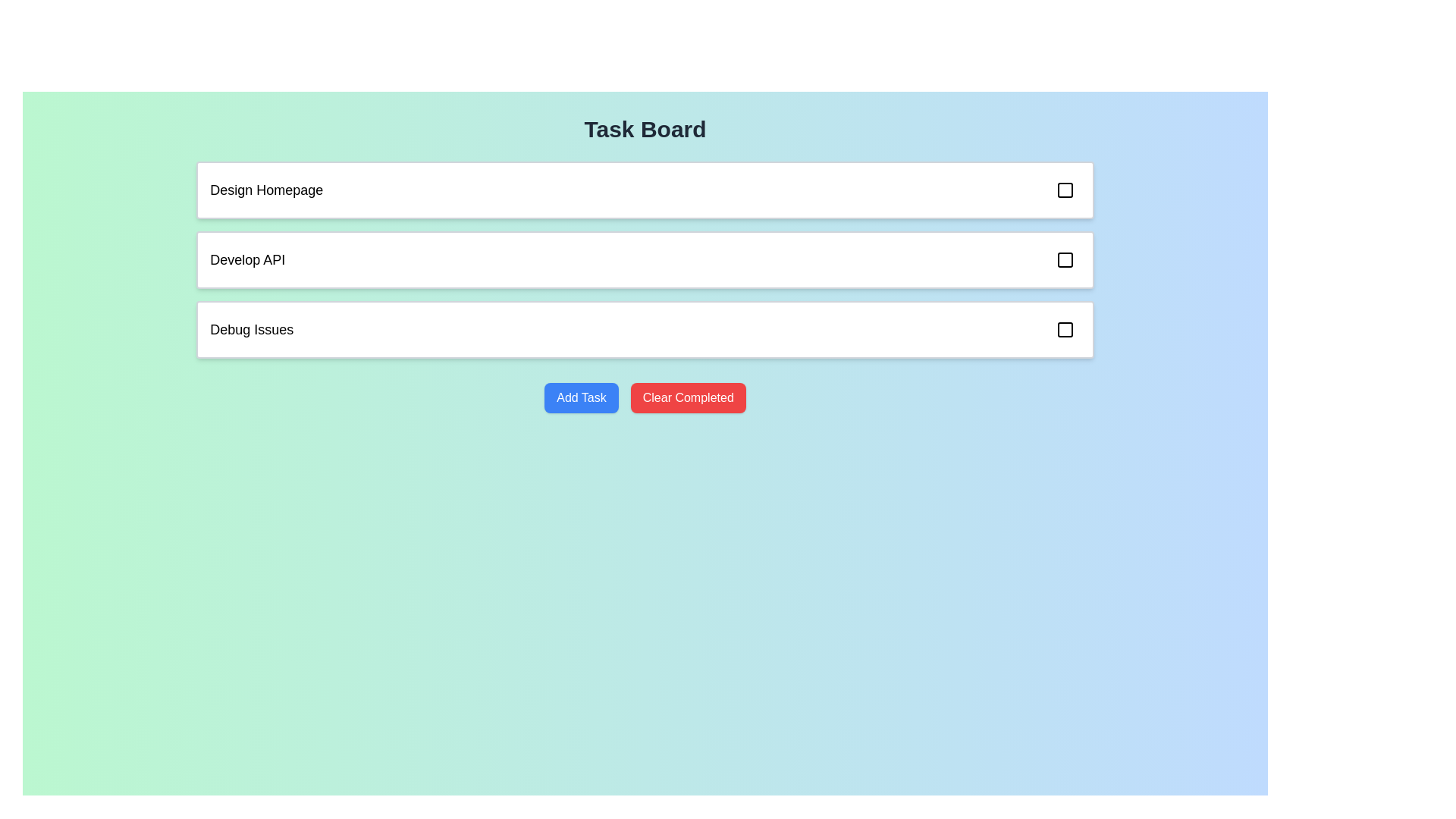 The image size is (1456, 819). Describe the element at coordinates (580, 397) in the screenshot. I see `the 'Add Task' button to initiate the addition of a new task` at that location.